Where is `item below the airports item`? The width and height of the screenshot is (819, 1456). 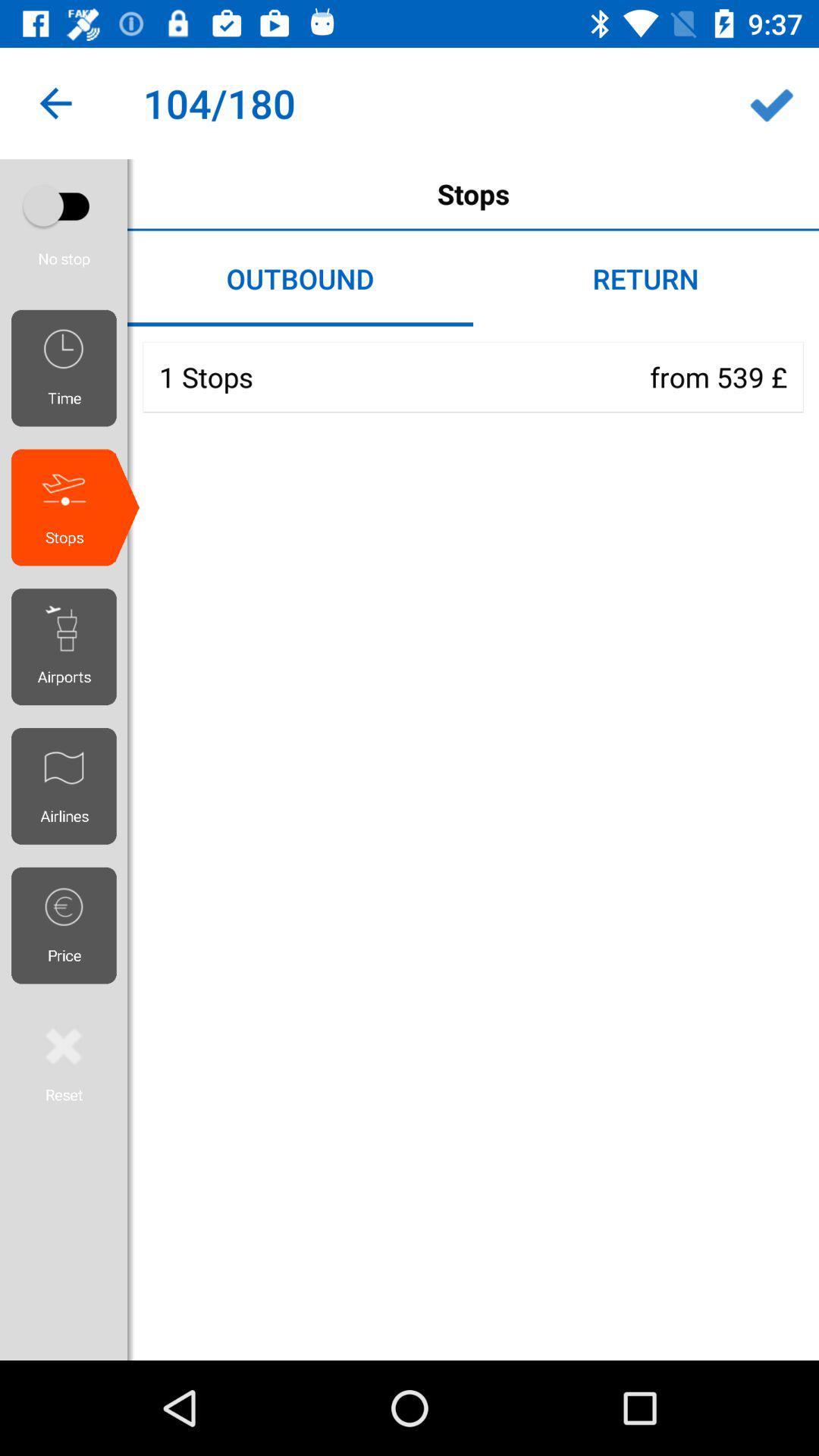 item below the airports item is located at coordinates (69, 786).